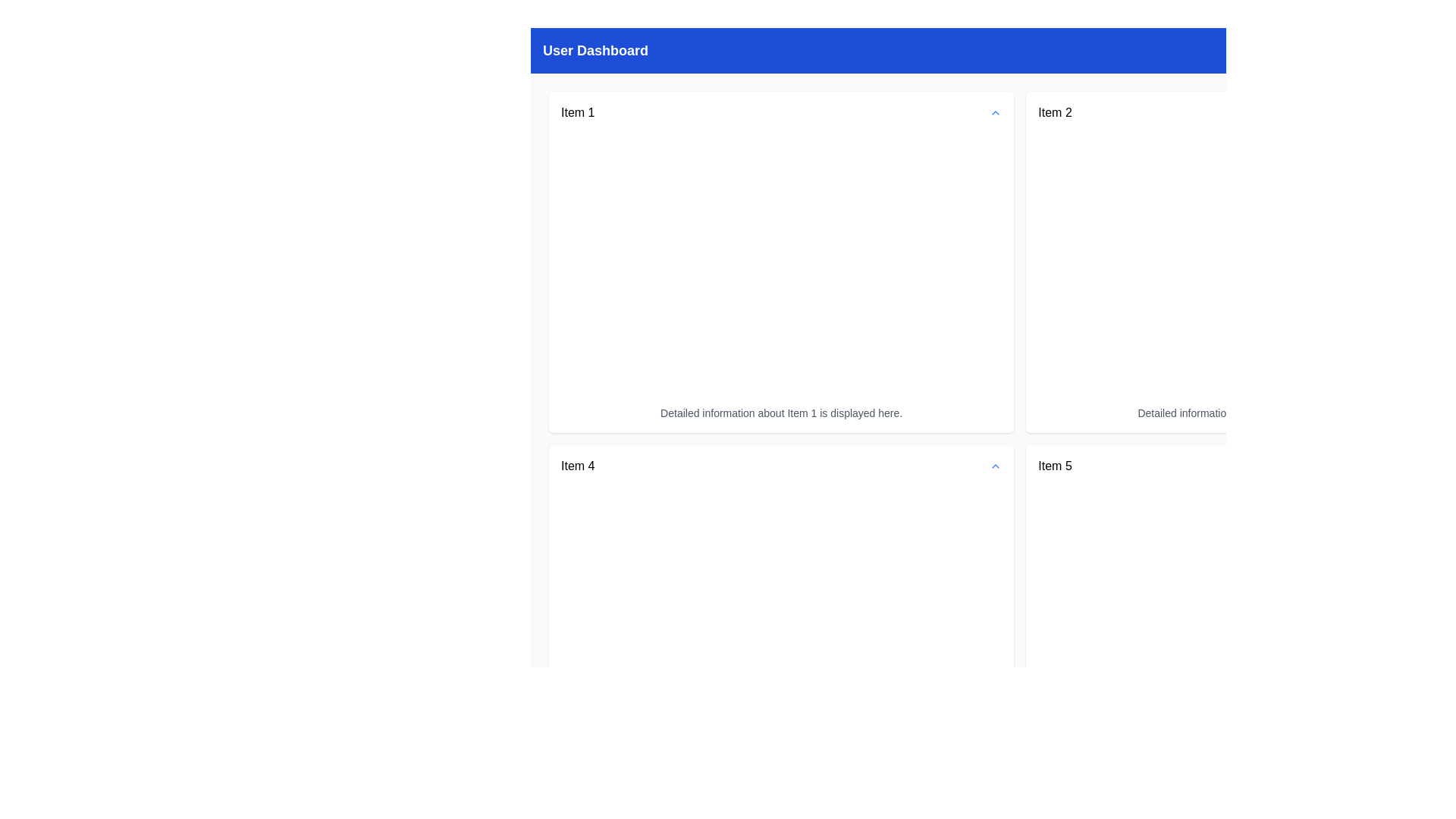 Image resolution: width=1456 pixels, height=819 pixels. Describe the element at coordinates (781, 262) in the screenshot. I see `the visual card displaying details for 'Item 1', located in the first row and first column of the grid layout` at that location.